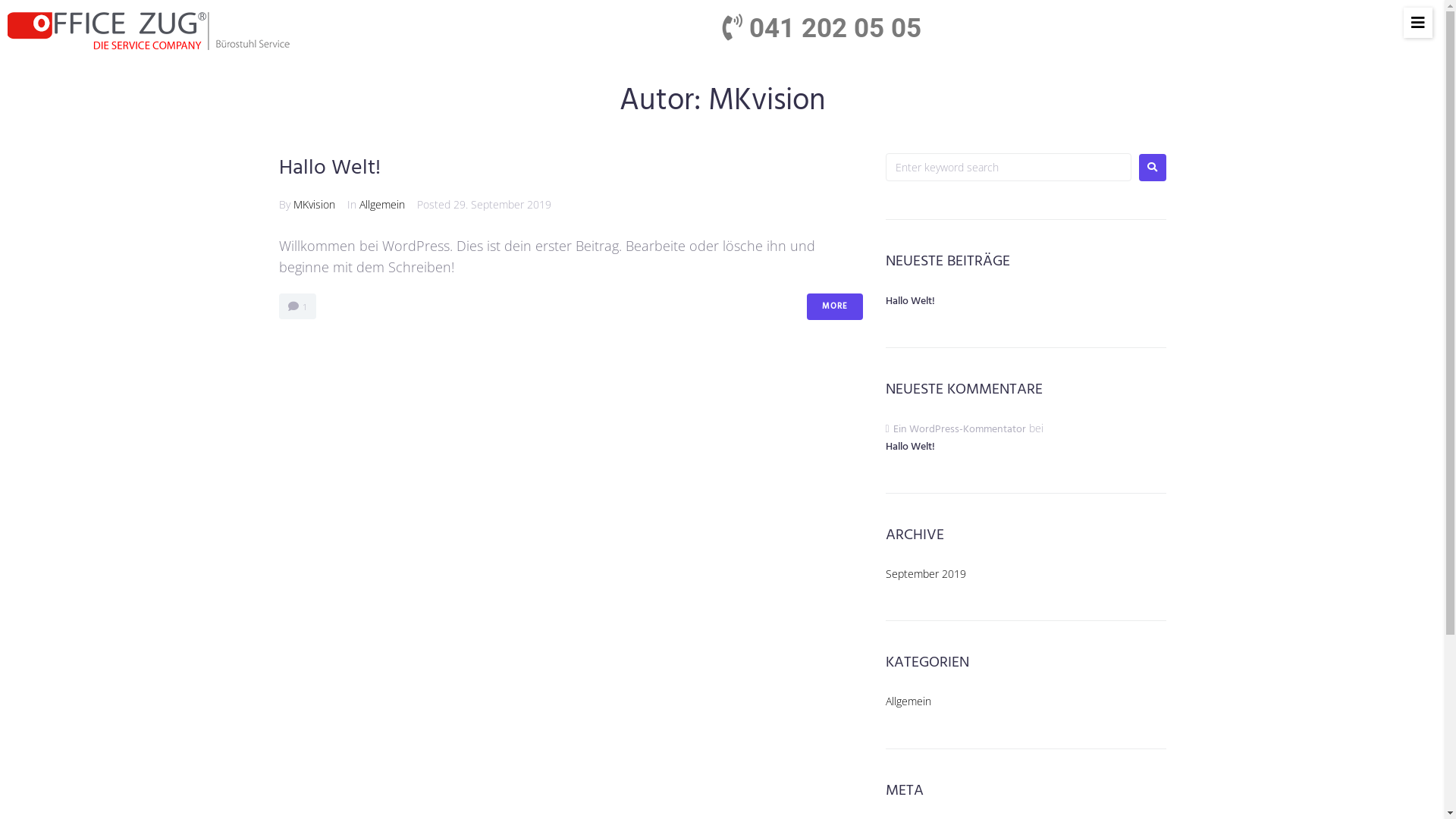 This screenshot has width=1456, height=819. Describe the element at coordinates (1026, 455) in the screenshot. I see `'Hallo Welt!'` at that location.